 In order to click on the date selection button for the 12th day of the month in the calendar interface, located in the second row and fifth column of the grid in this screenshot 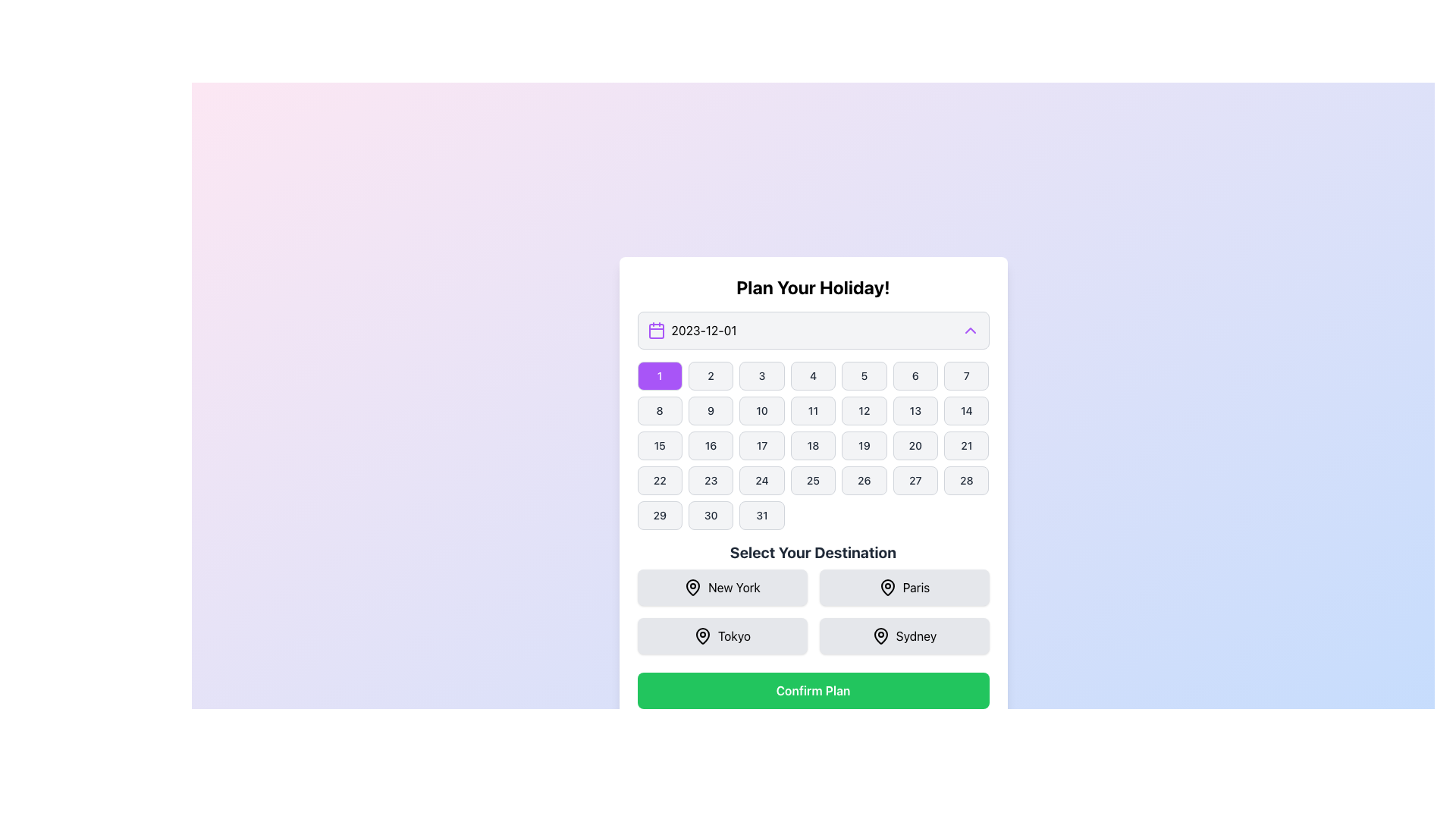, I will do `click(864, 411)`.